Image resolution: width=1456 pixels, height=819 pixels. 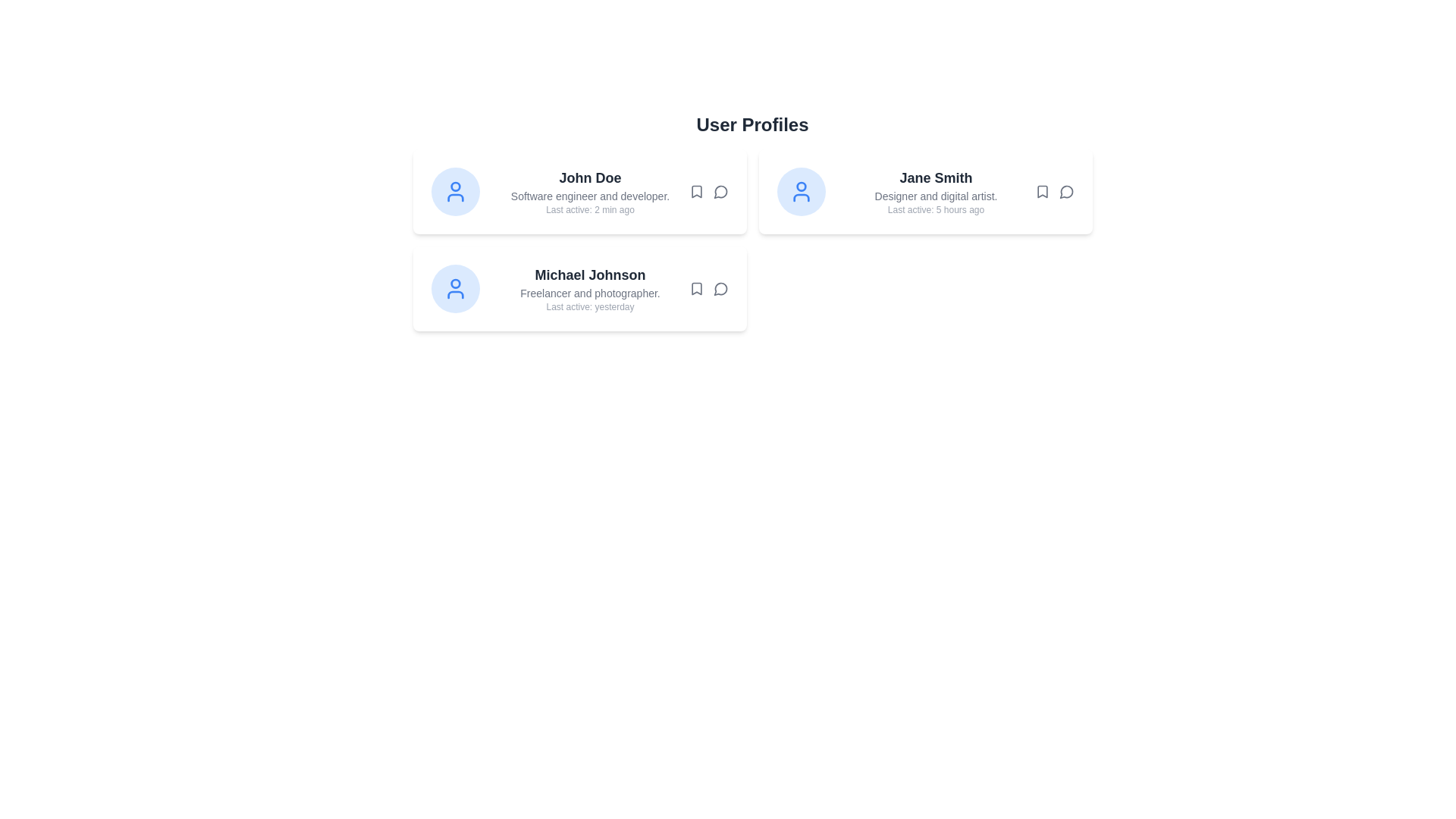 I want to click on the message icon located in the top-right corner of John Doe's profile card, next to the textual description, so click(x=708, y=191).